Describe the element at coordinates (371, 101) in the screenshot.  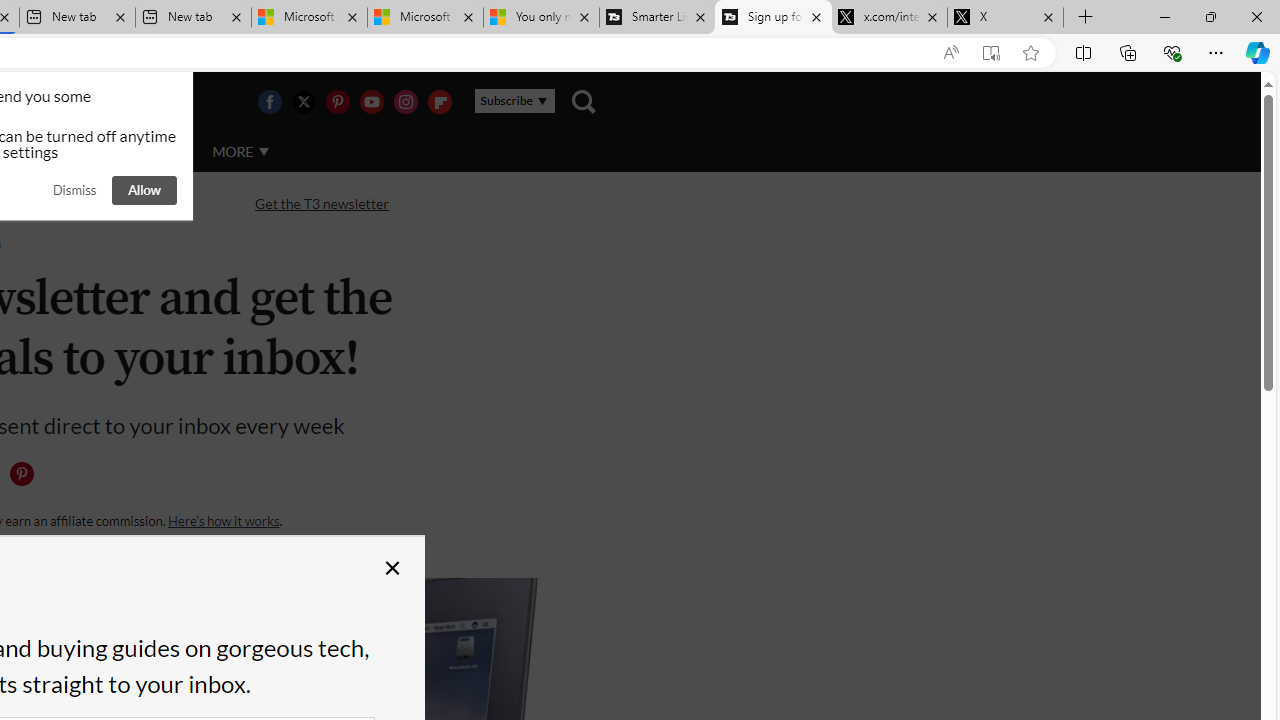
I see `'Visit us on Youtube'` at that location.